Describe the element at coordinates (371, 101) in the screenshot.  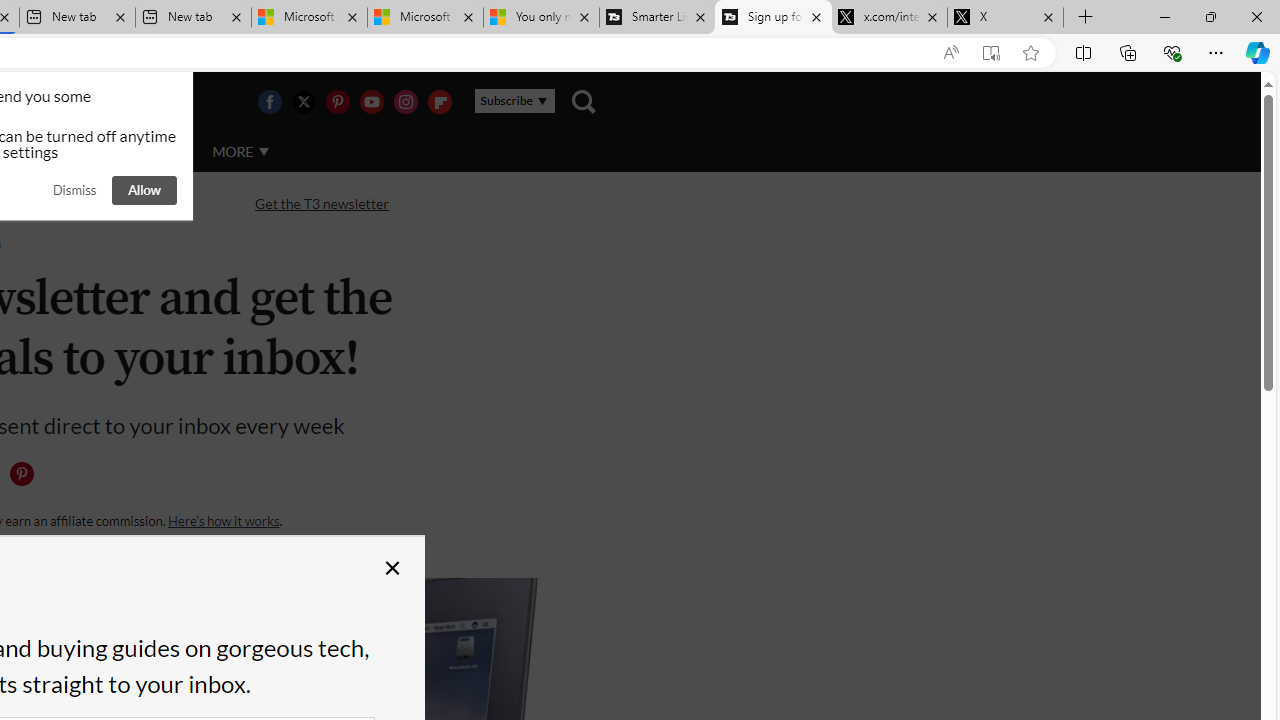
I see `'Visit us on Youtube'` at that location.